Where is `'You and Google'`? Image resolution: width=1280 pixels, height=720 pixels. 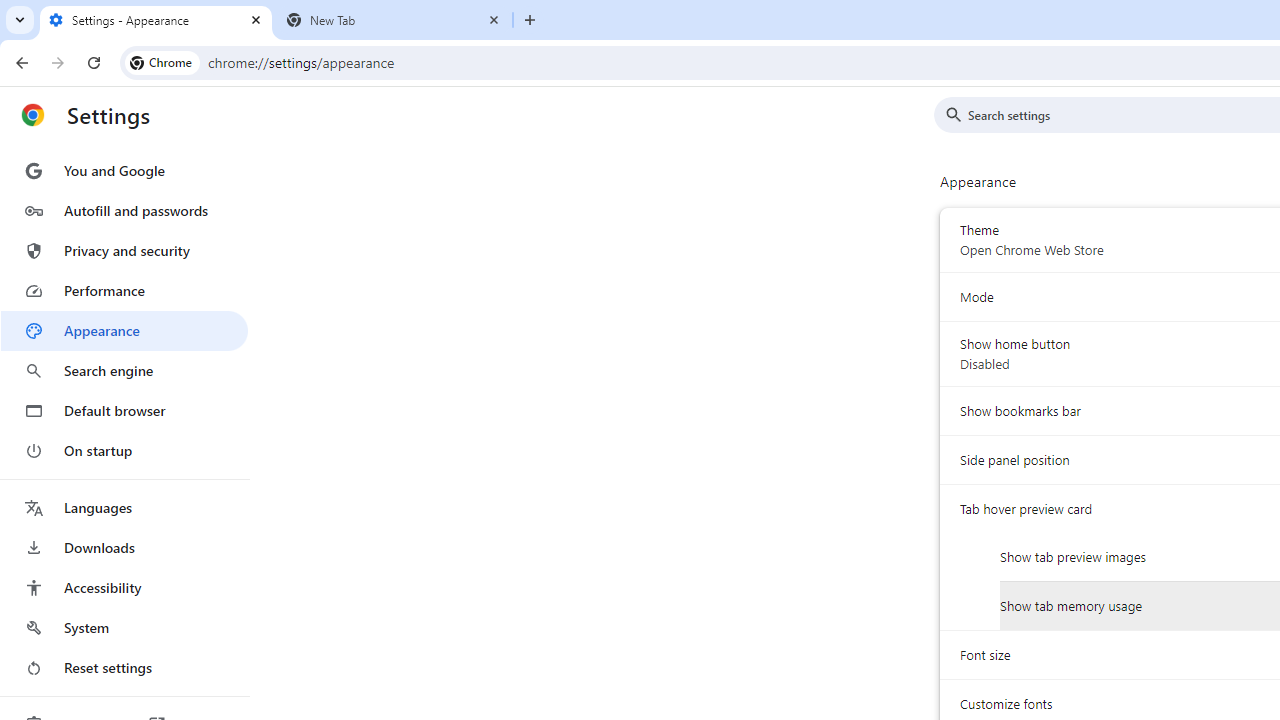 'You and Google' is located at coordinates (123, 170).